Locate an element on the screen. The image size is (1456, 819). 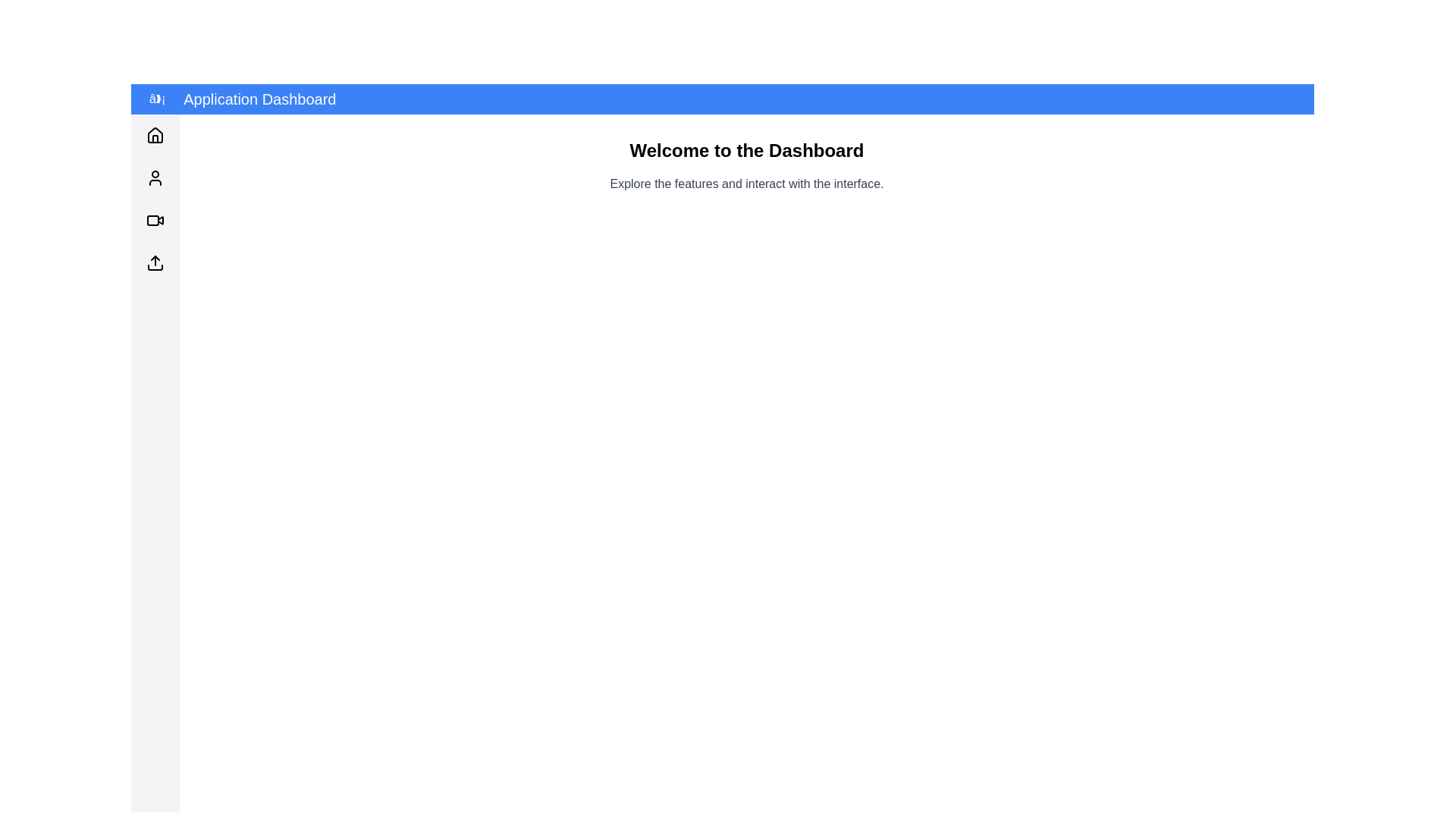
the 'Home' IconButton located at the top of the vertical navigation bar on the left side is located at coordinates (155, 134).